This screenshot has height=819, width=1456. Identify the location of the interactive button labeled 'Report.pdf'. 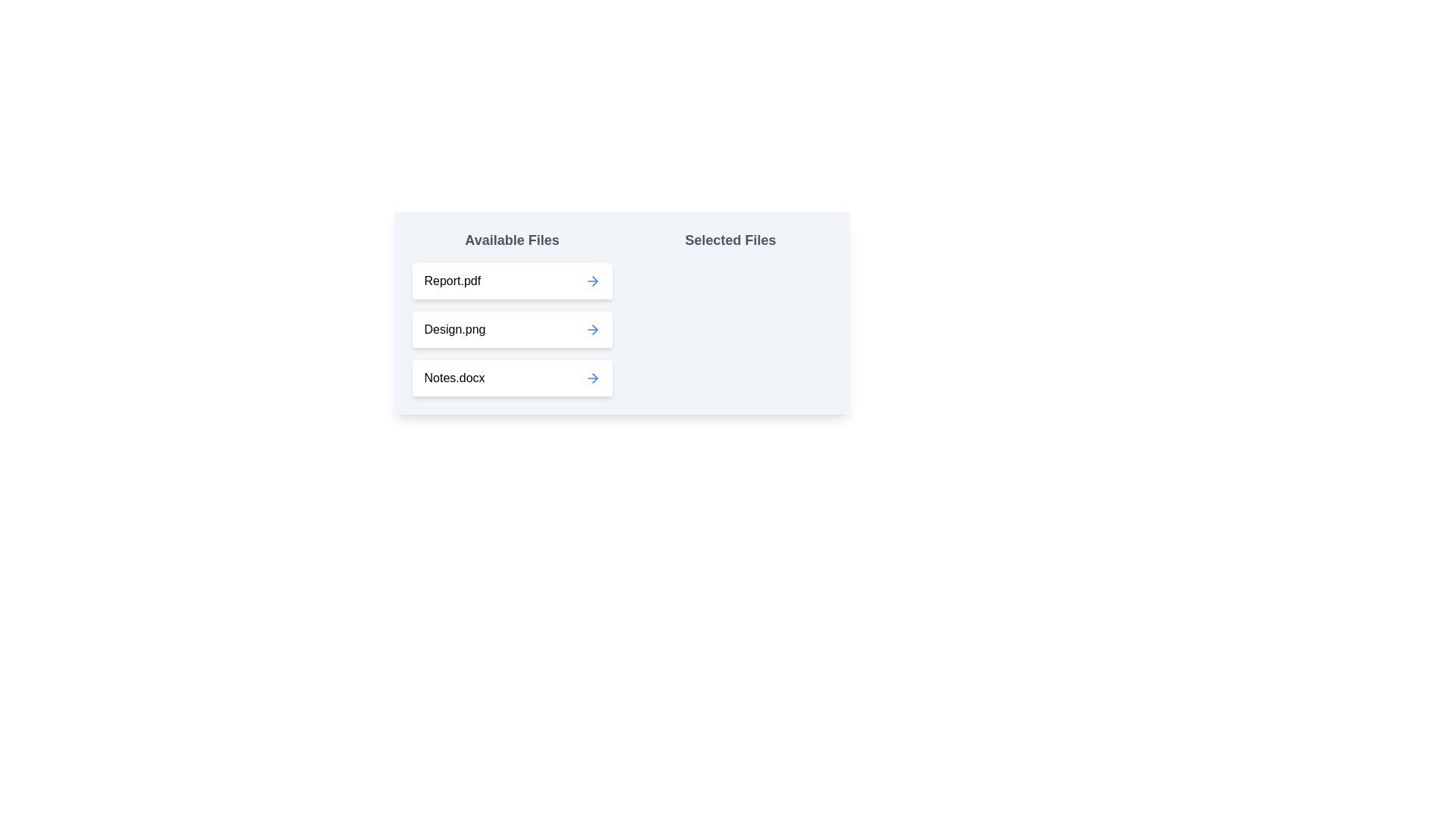
(512, 281).